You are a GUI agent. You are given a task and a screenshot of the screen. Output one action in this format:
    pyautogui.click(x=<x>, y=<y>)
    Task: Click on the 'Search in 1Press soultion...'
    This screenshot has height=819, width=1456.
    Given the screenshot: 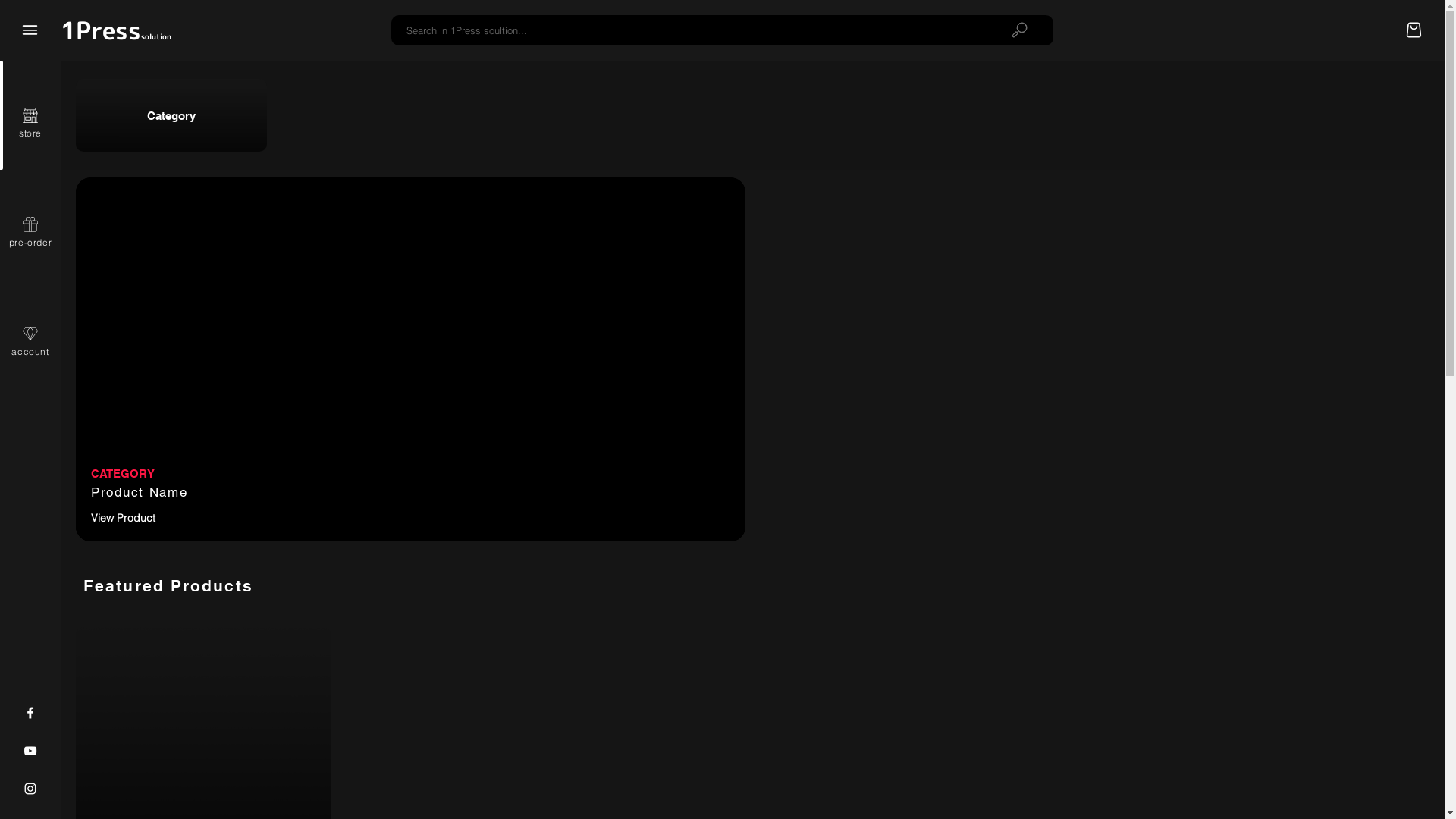 What is the action you would take?
    pyautogui.click(x=688, y=30)
    